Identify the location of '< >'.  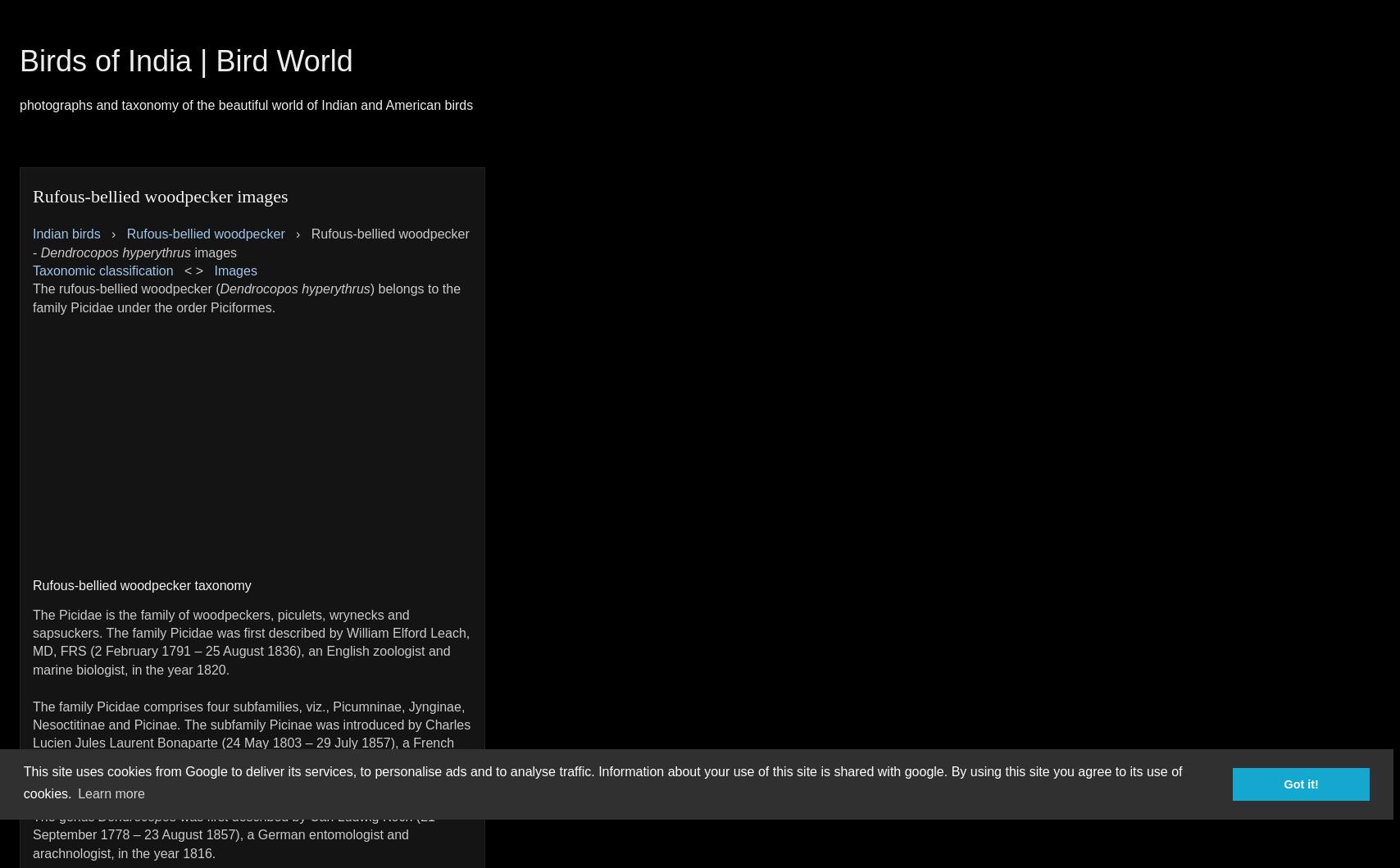
(193, 270).